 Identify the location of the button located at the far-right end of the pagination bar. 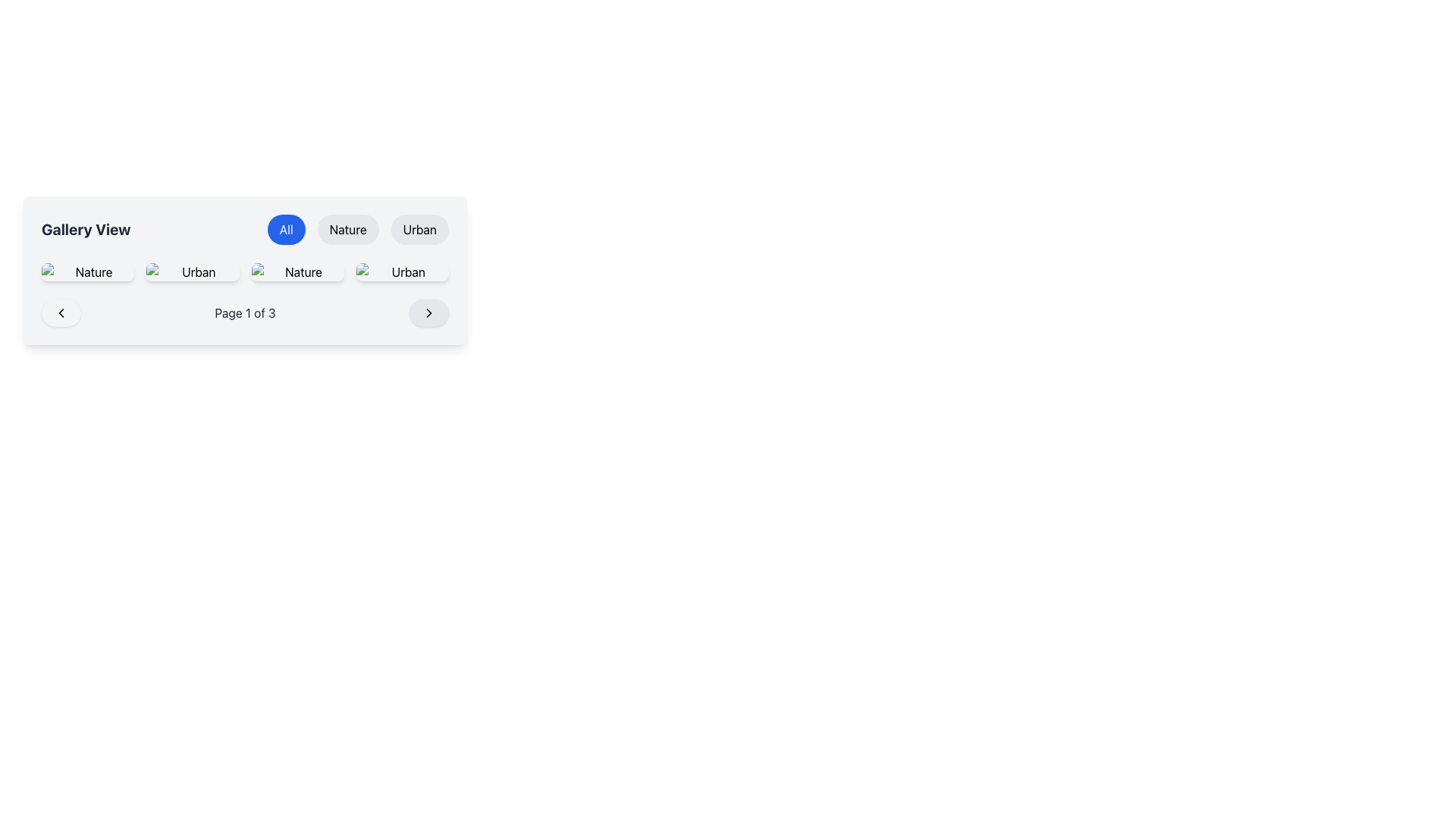
(428, 312).